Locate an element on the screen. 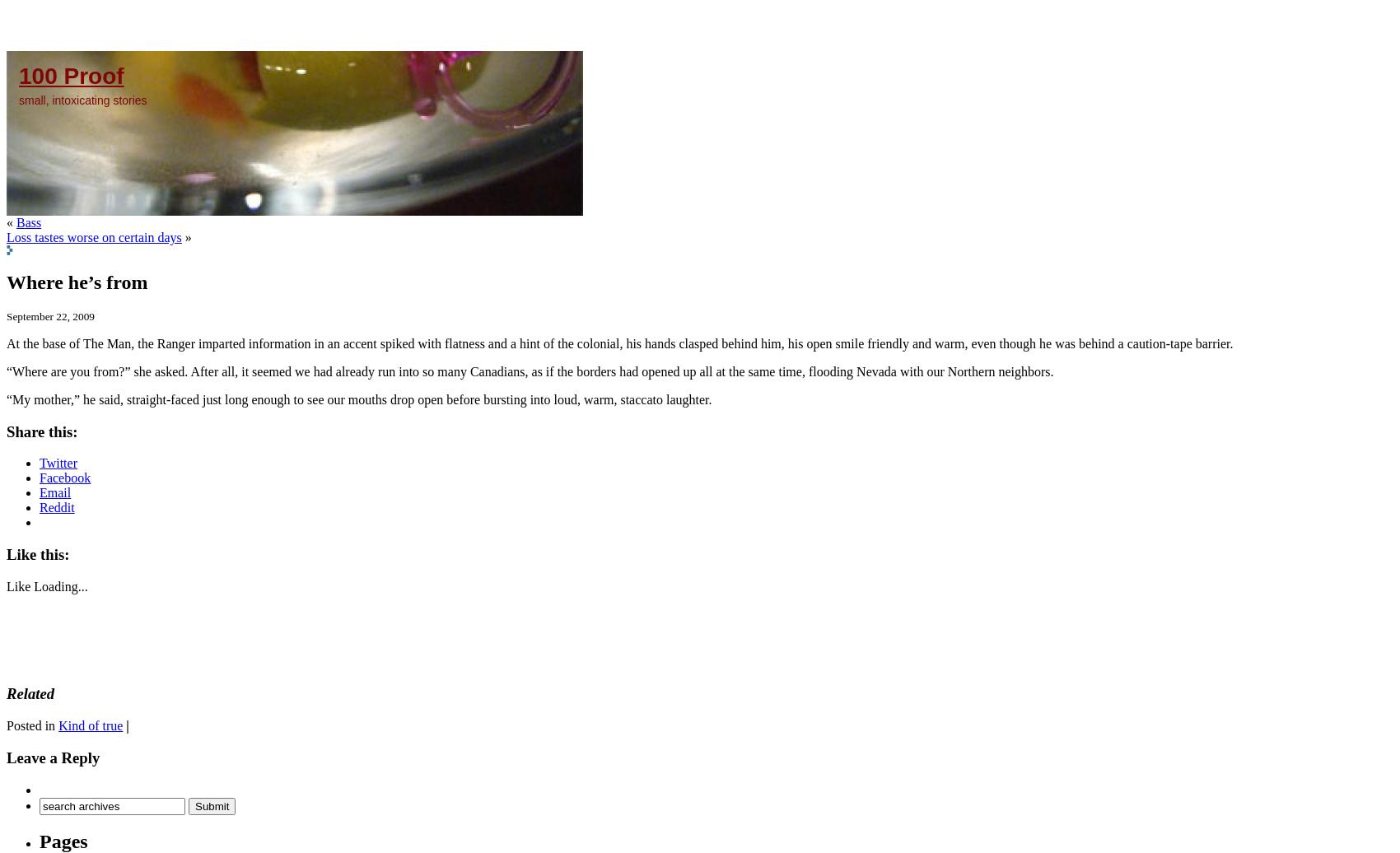 The image size is (1400, 853). 'Loss tastes worse on certain days' is located at coordinates (93, 237).